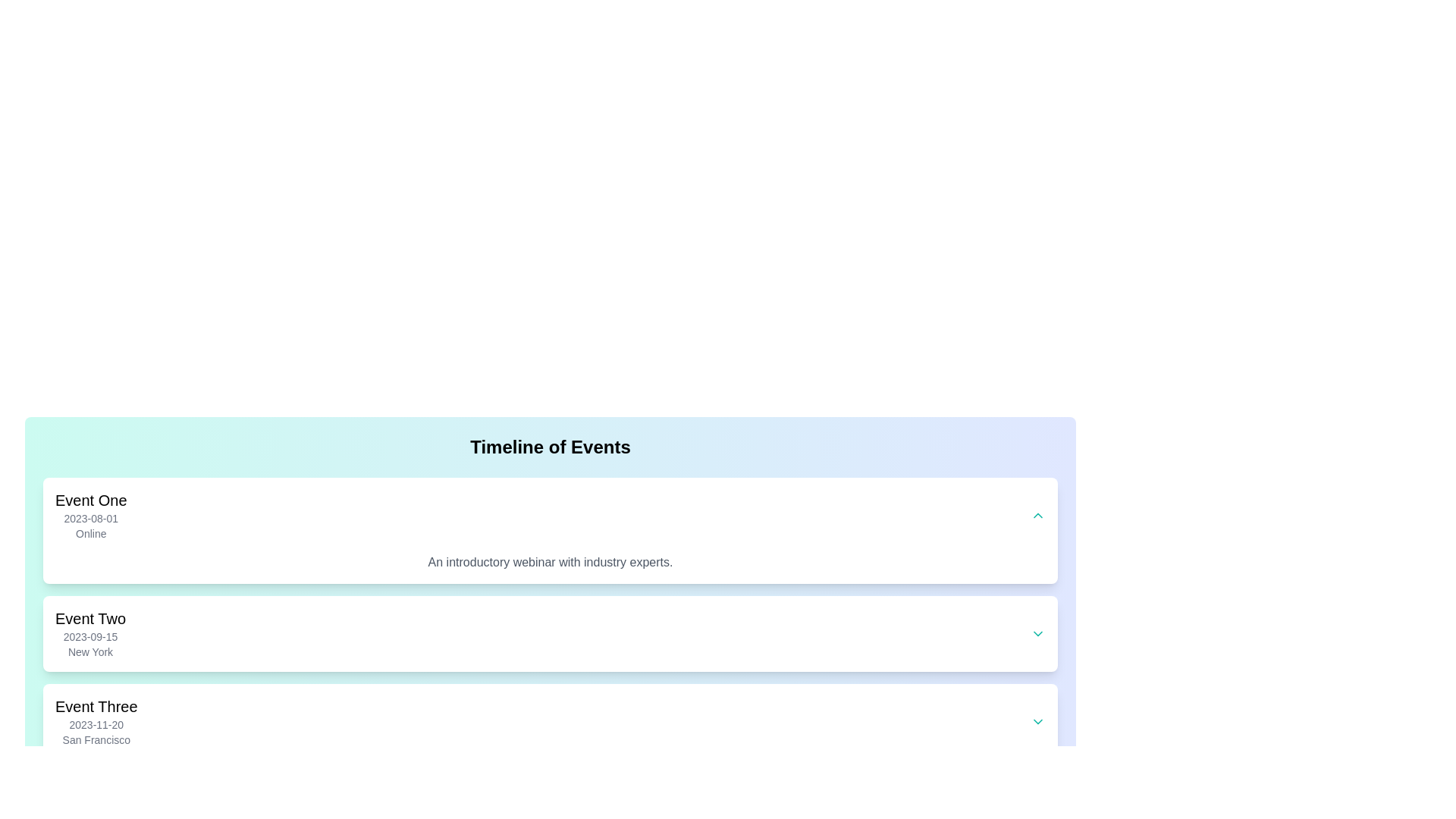  I want to click on the static text label displaying the date '2023-09-15' located under the heading 'Event Two' in a light gray color, so click(89, 637).